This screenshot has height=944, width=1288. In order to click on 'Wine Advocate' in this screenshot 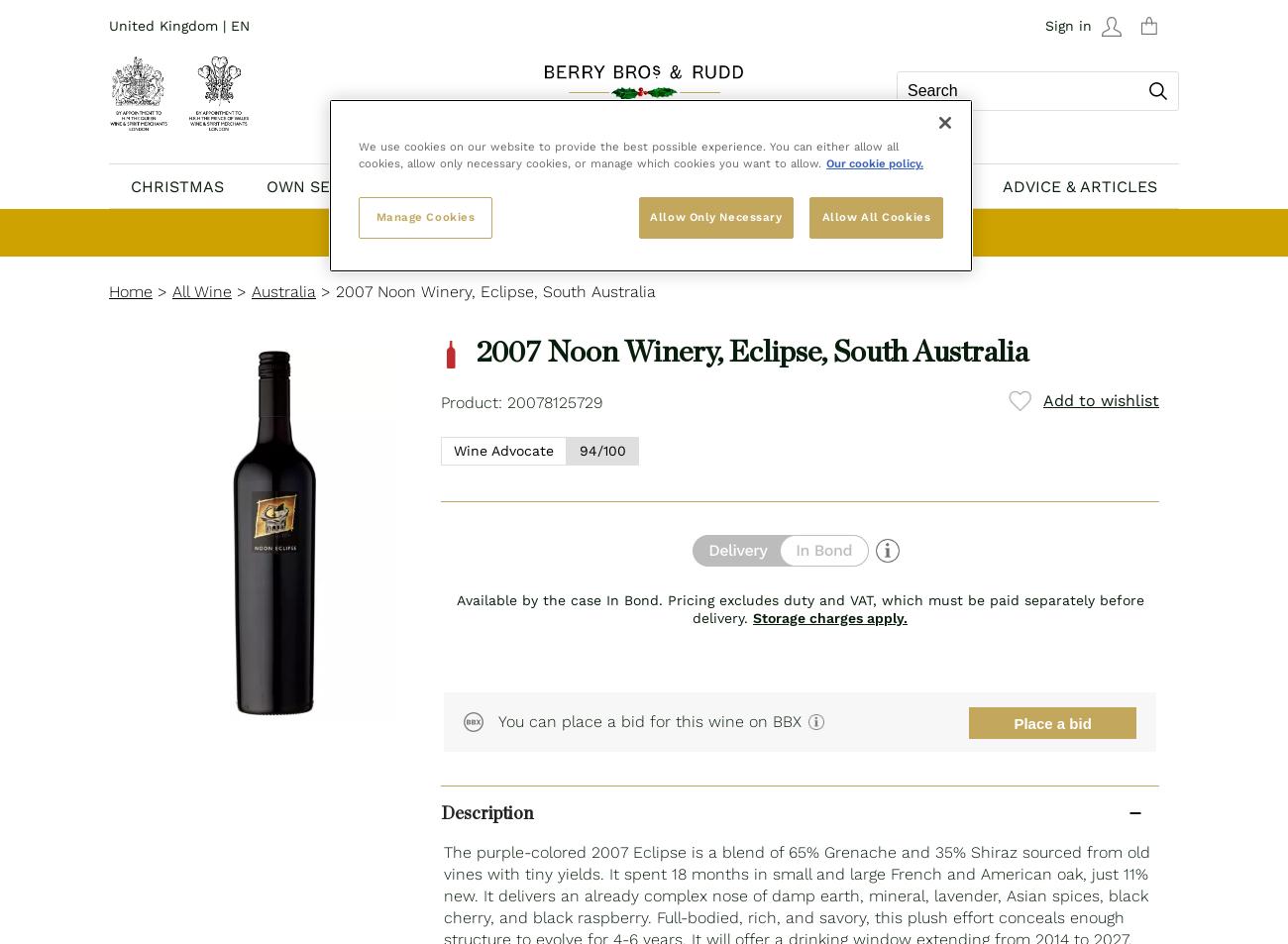, I will do `click(503, 449)`.